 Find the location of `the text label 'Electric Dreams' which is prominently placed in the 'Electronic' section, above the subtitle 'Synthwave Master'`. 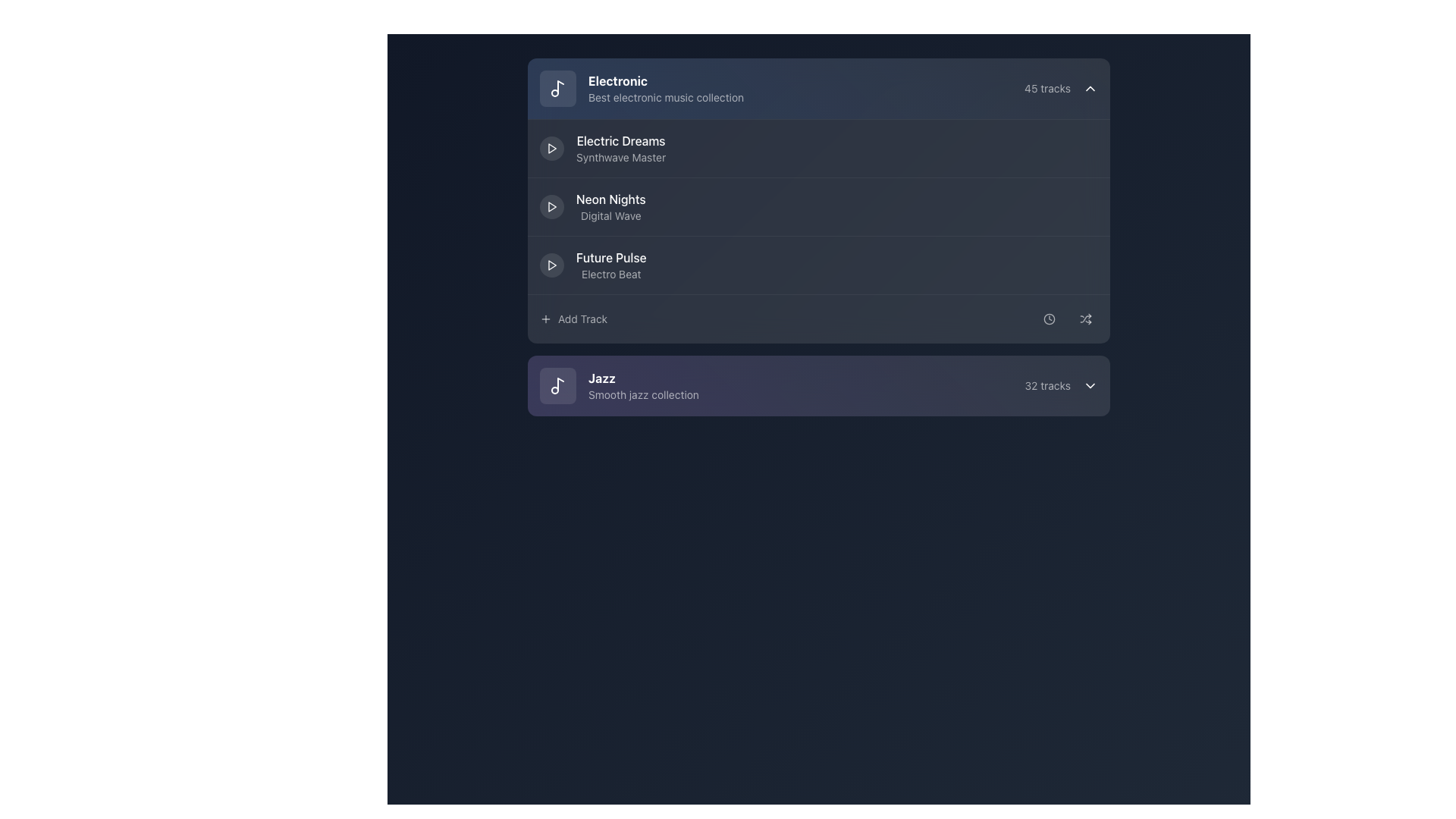

the text label 'Electric Dreams' which is prominently placed in the 'Electronic' section, above the subtitle 'Synthwave Master' is located at coordinates (621, 140).